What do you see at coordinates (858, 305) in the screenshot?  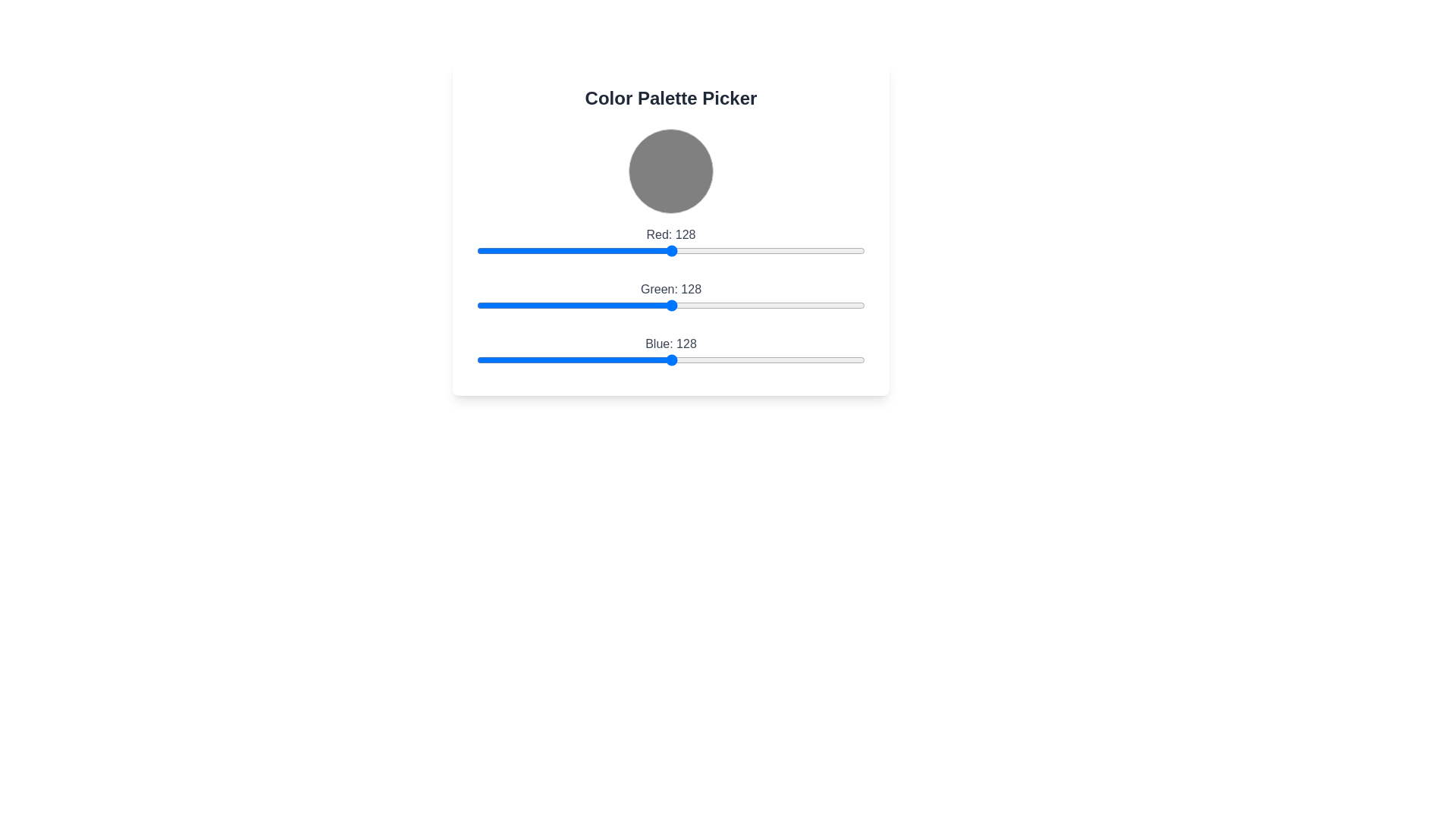 I see `the green value` at bounding box center [858, 305].